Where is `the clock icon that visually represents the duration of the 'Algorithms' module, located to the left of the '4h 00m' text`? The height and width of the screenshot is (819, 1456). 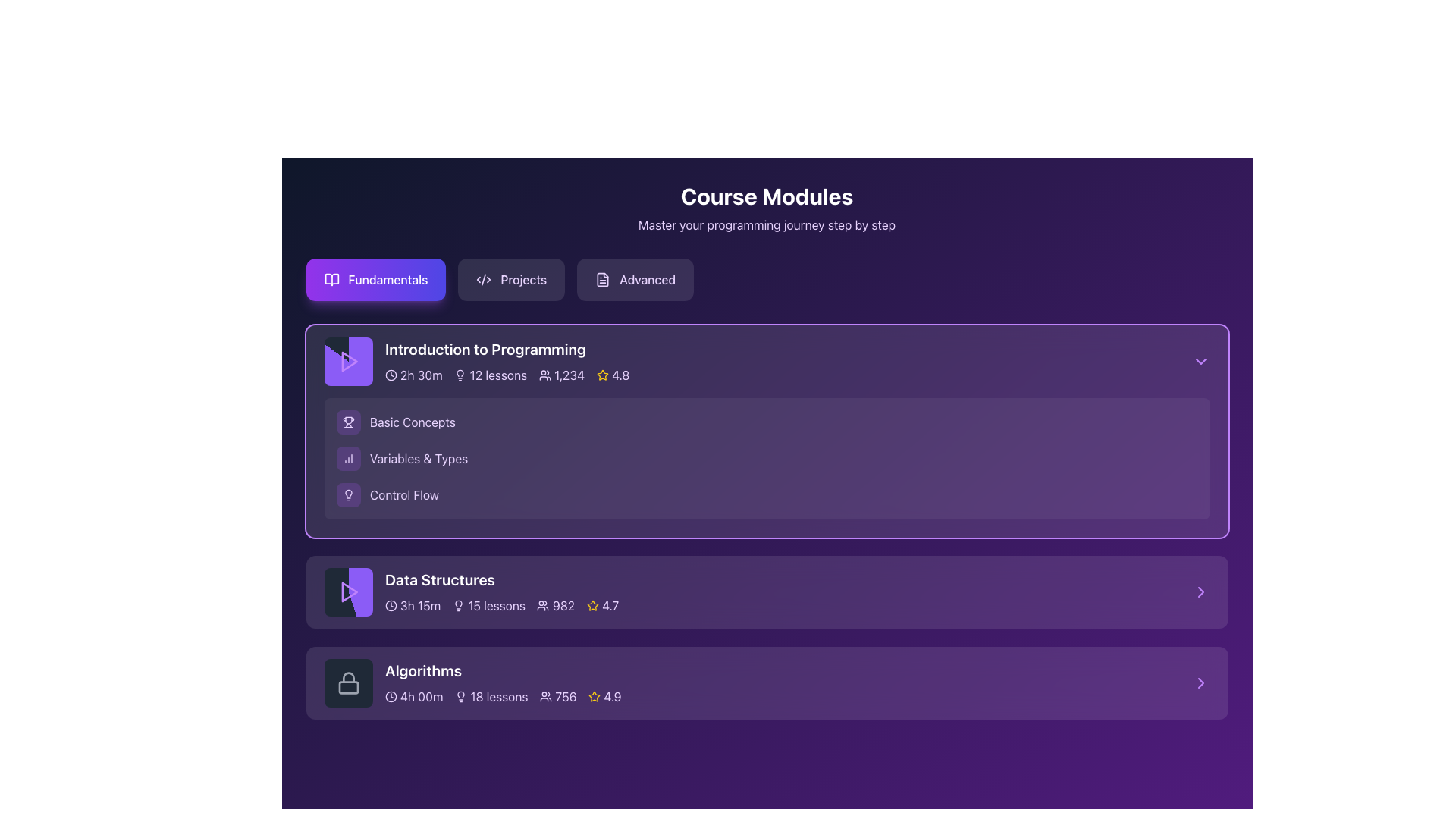
the clock icon that visually represents the duration of the 'Algorithms' module, located to the left of the '4h 00m' text is located at coordinates (391, 696).